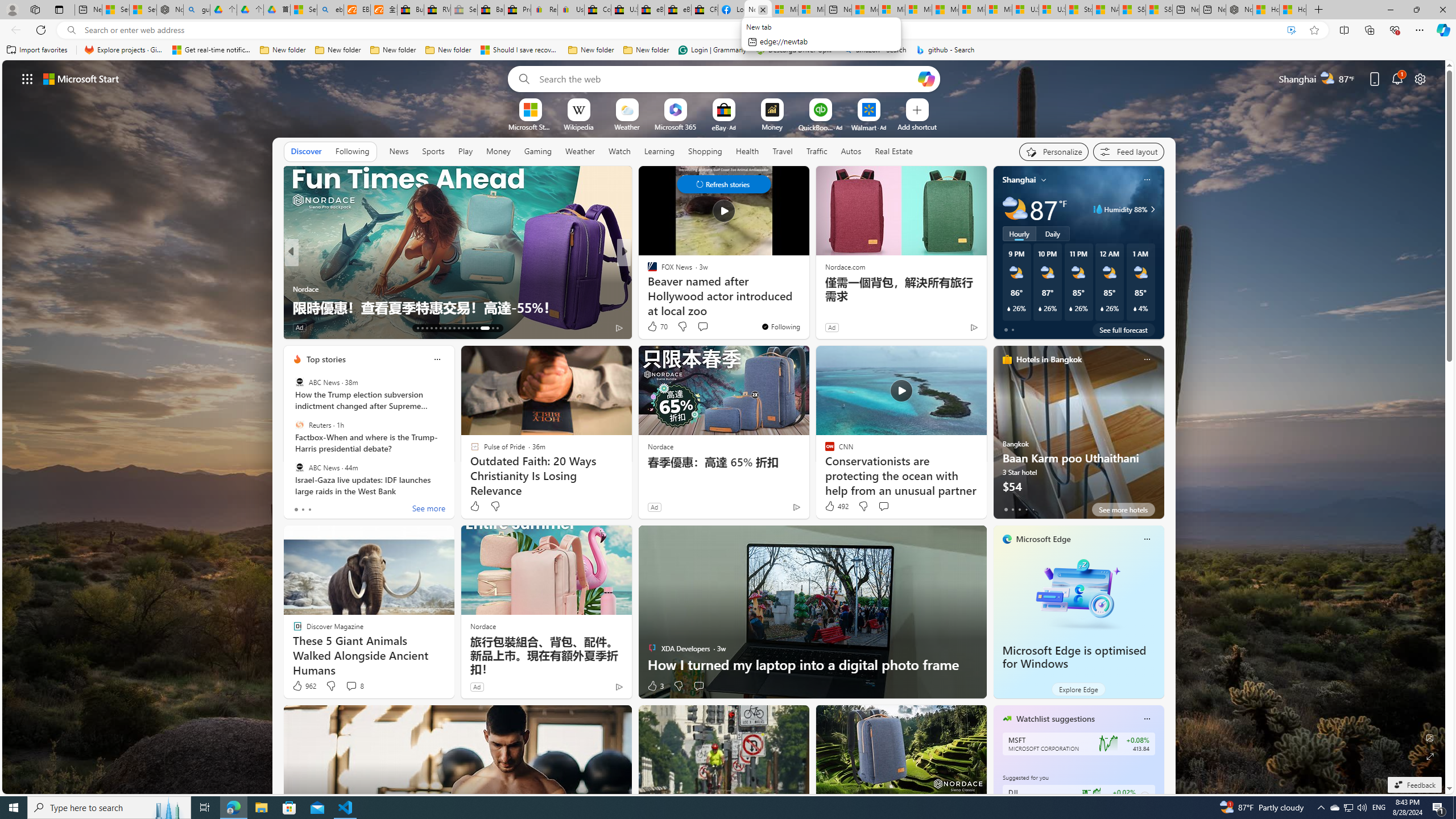 This screenshot has height=819, width=1456. What do you see at coordinates (1048, 359) in the screenshot?
I see `'Hotels in Bangkok'` at bounding box center [1048, 359].